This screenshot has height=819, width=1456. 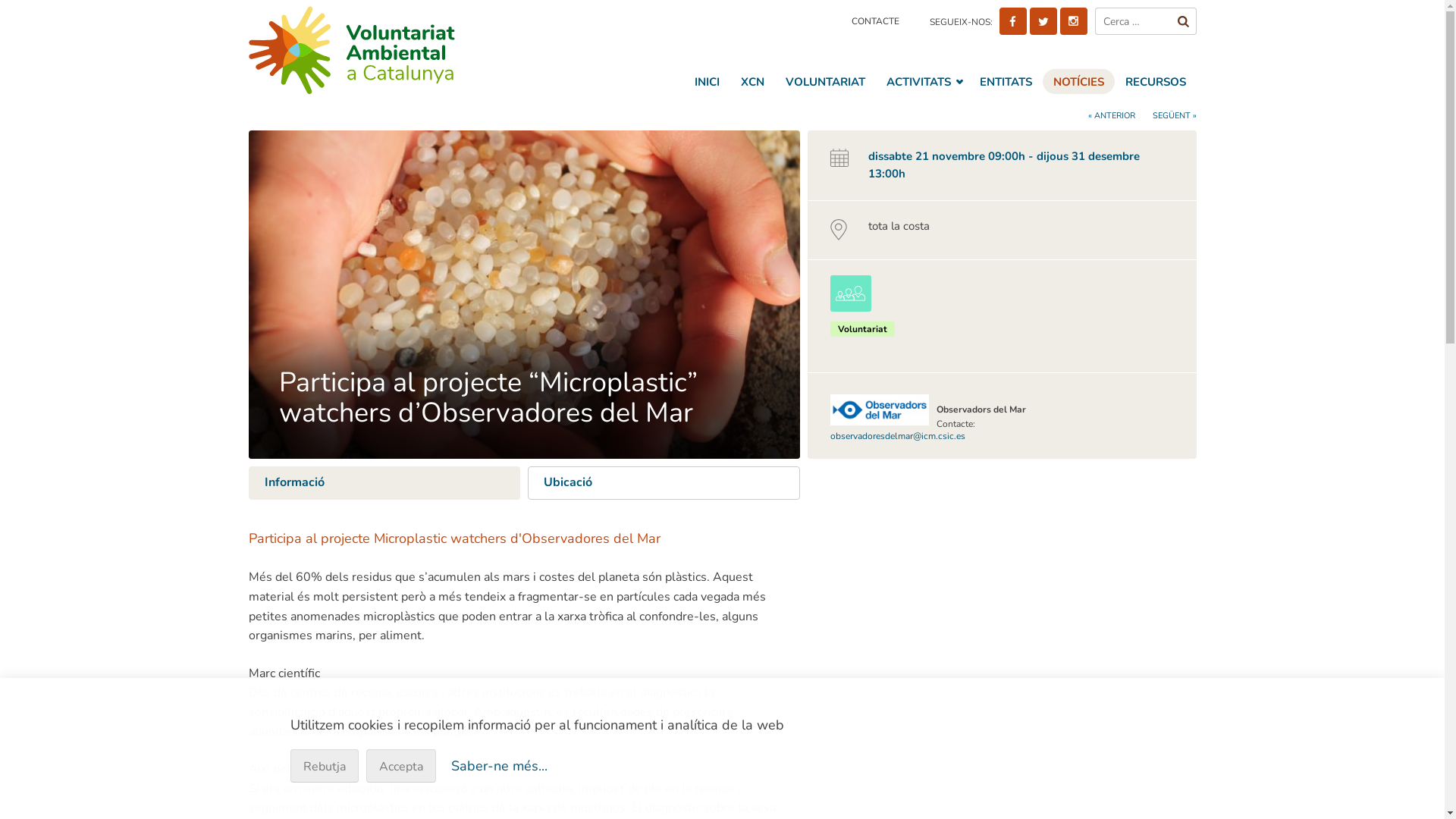 I want to click on 'XCN', so click(x=752, y=81).